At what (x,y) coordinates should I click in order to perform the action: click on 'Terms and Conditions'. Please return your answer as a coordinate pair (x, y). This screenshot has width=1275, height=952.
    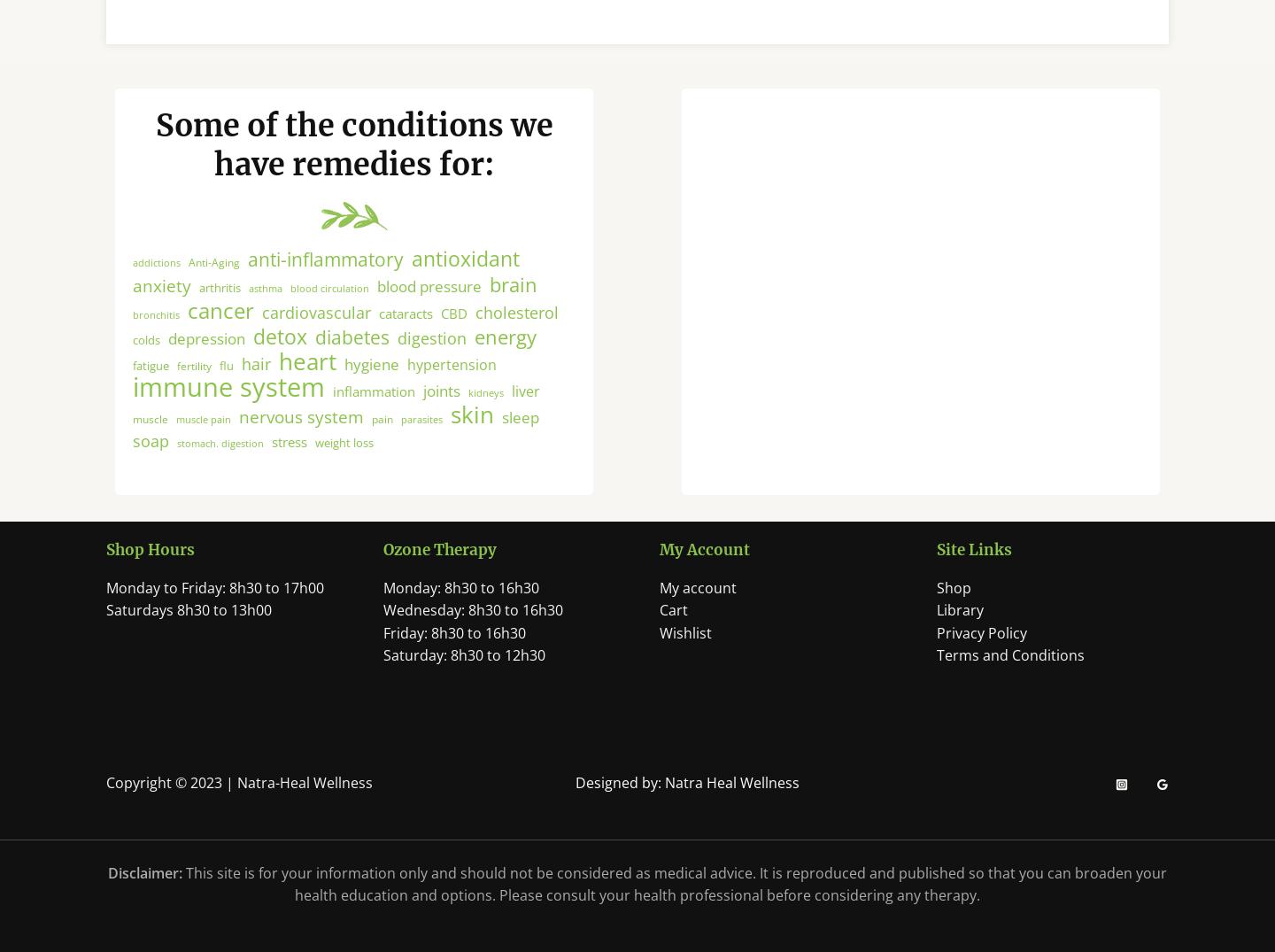
    Looking at the image, I should click on (1008, 679).